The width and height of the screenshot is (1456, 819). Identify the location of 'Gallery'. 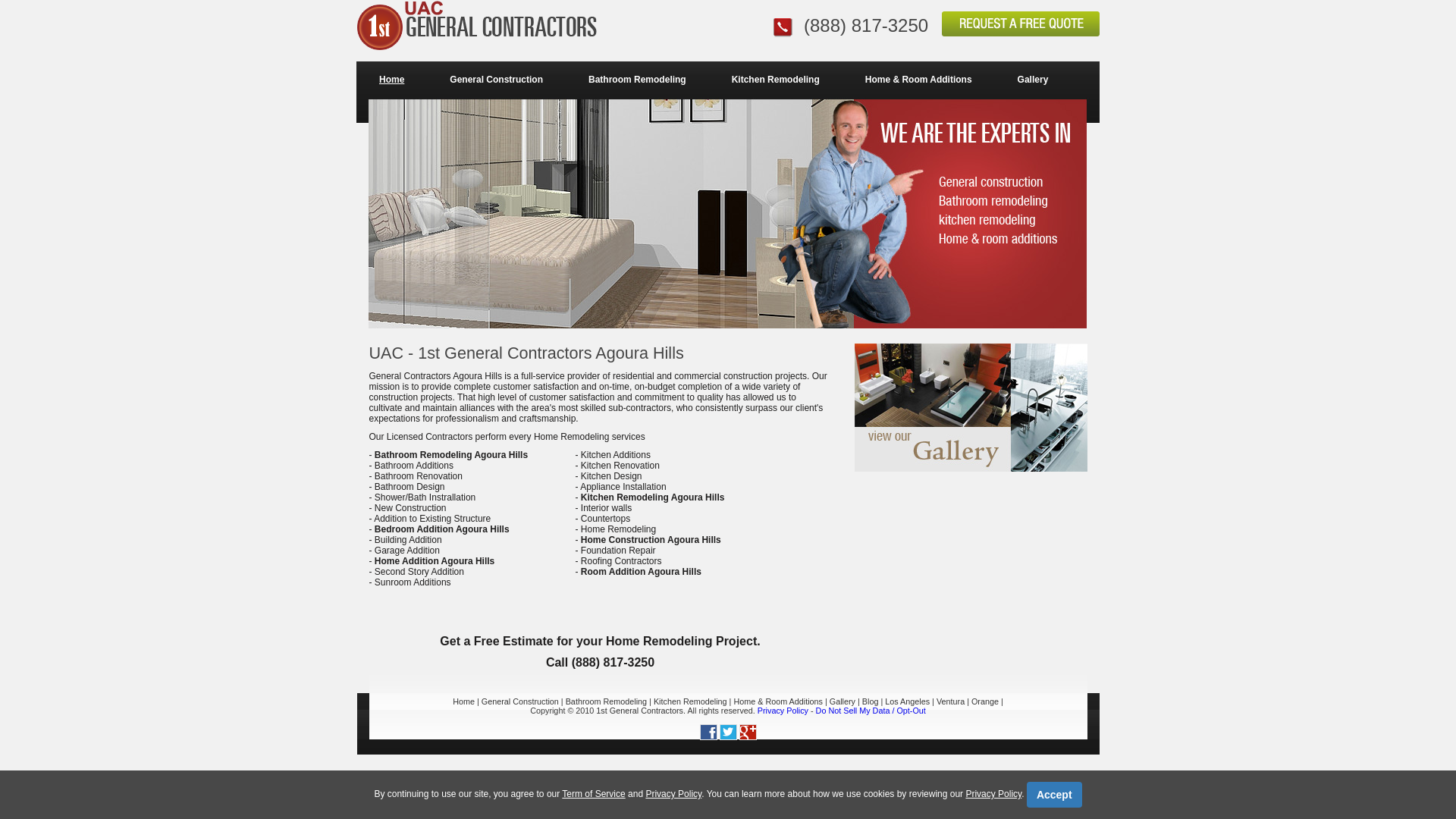
(1032, 79).